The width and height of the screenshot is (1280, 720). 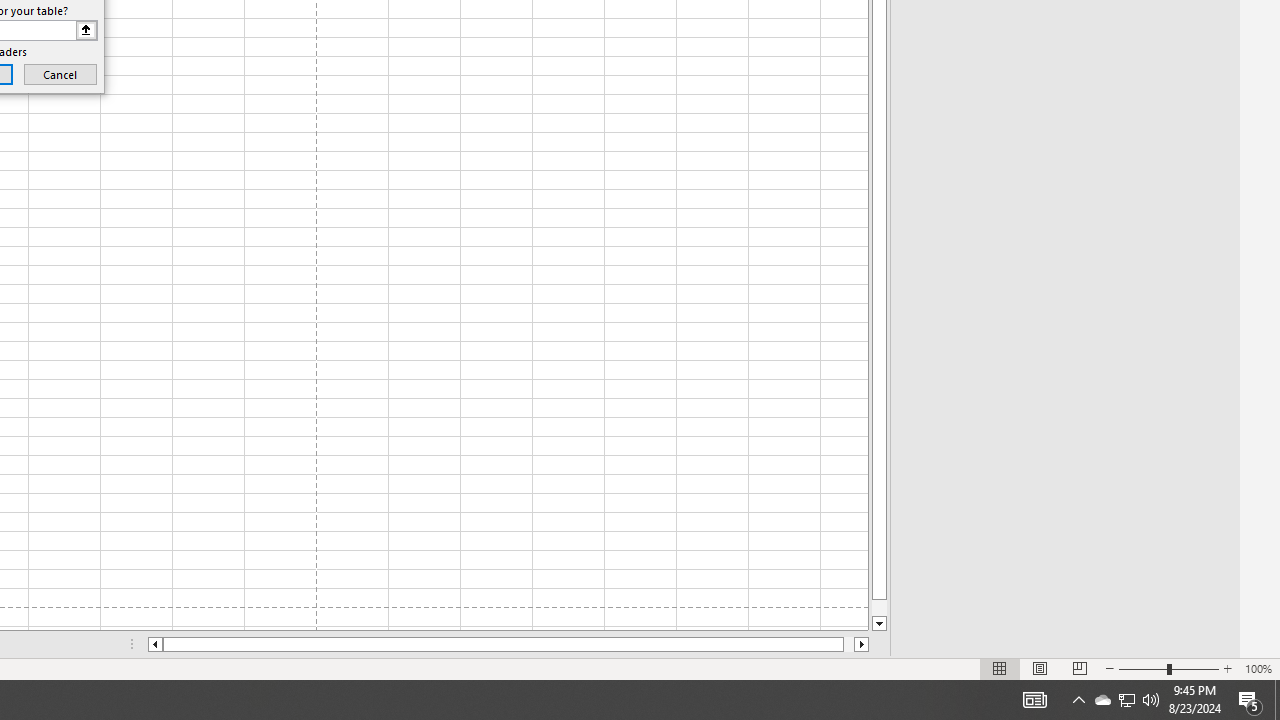 What do you see at coordinates (848, 644) in the screenshot?
I see `'Page right'` at bounding box center [848, 644].